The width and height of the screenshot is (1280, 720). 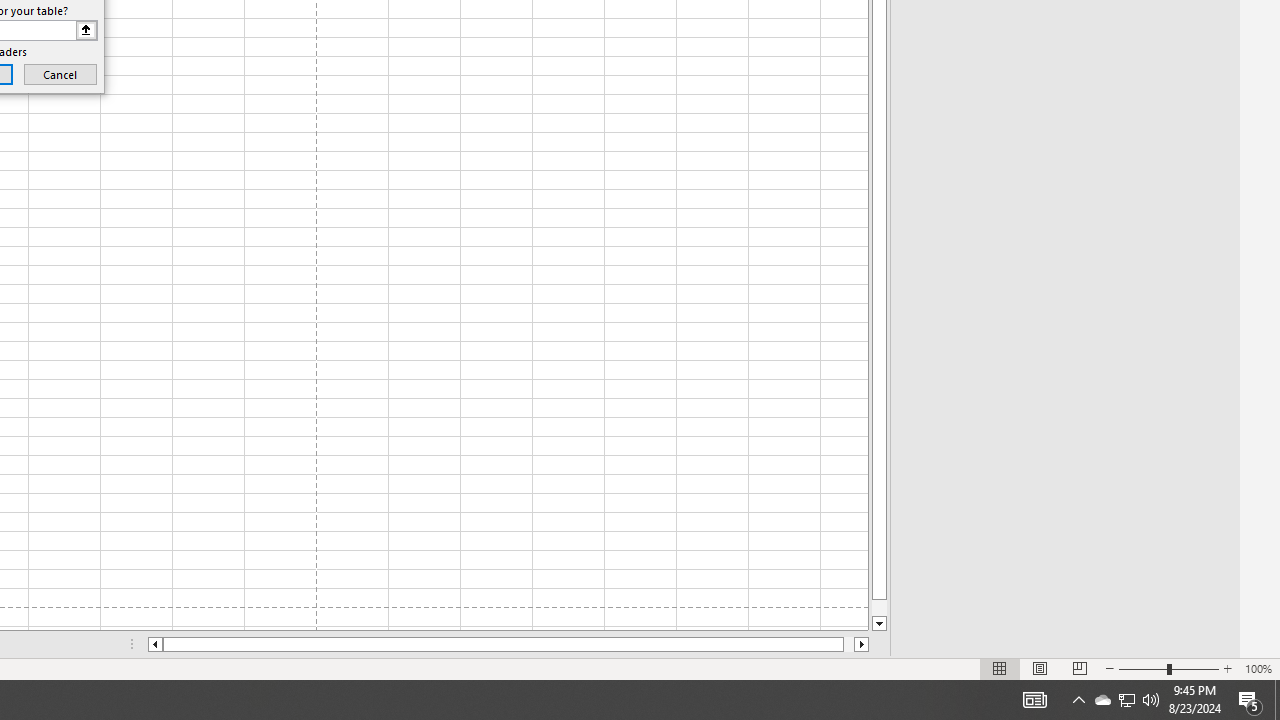 What do you see at coordinates (848, 644) in the screenshot?
I see `'Page right'` at bounding box center [848, 644].